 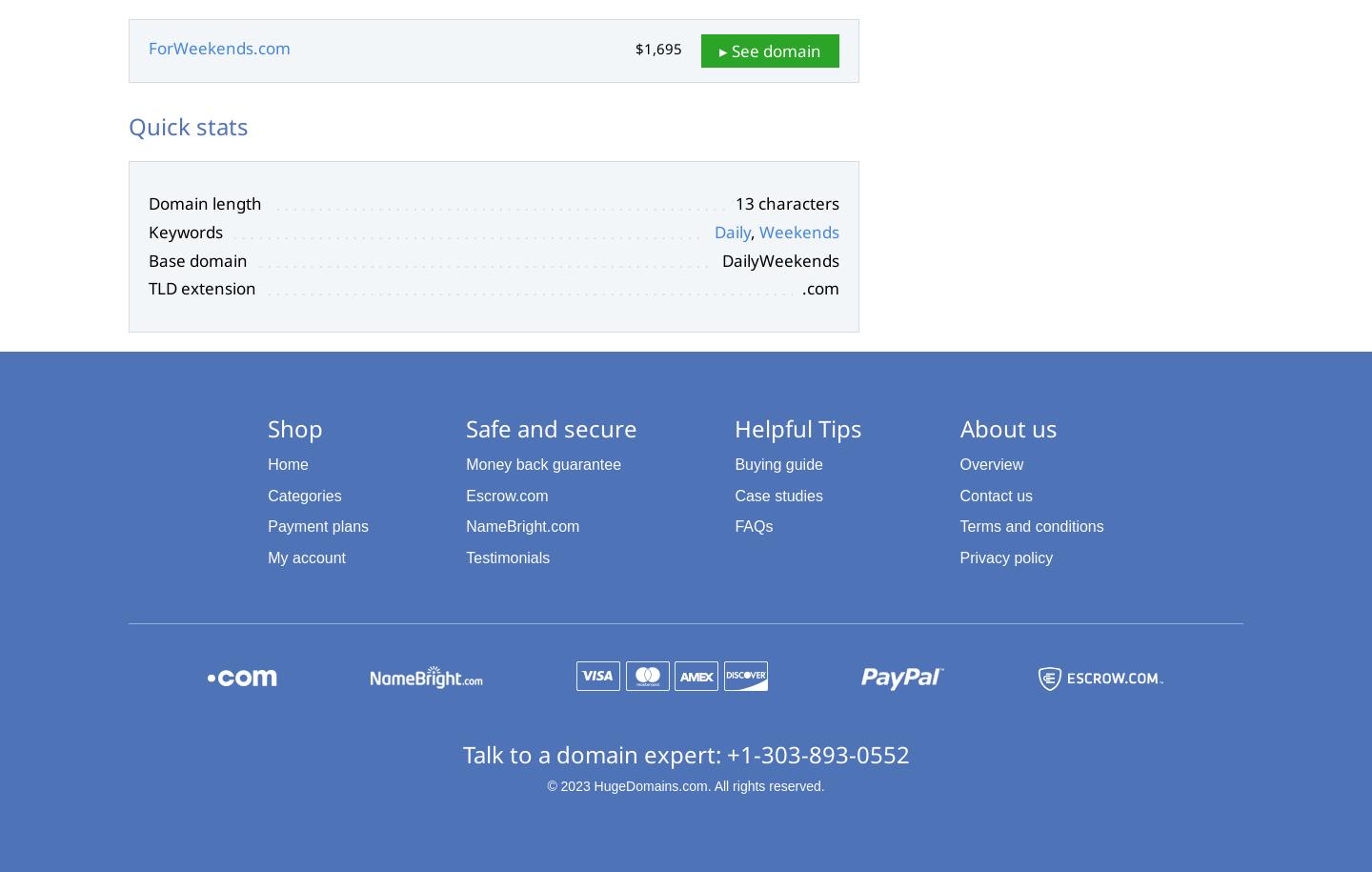 I want to click on 'Case studies', so click(x=733, y=495).